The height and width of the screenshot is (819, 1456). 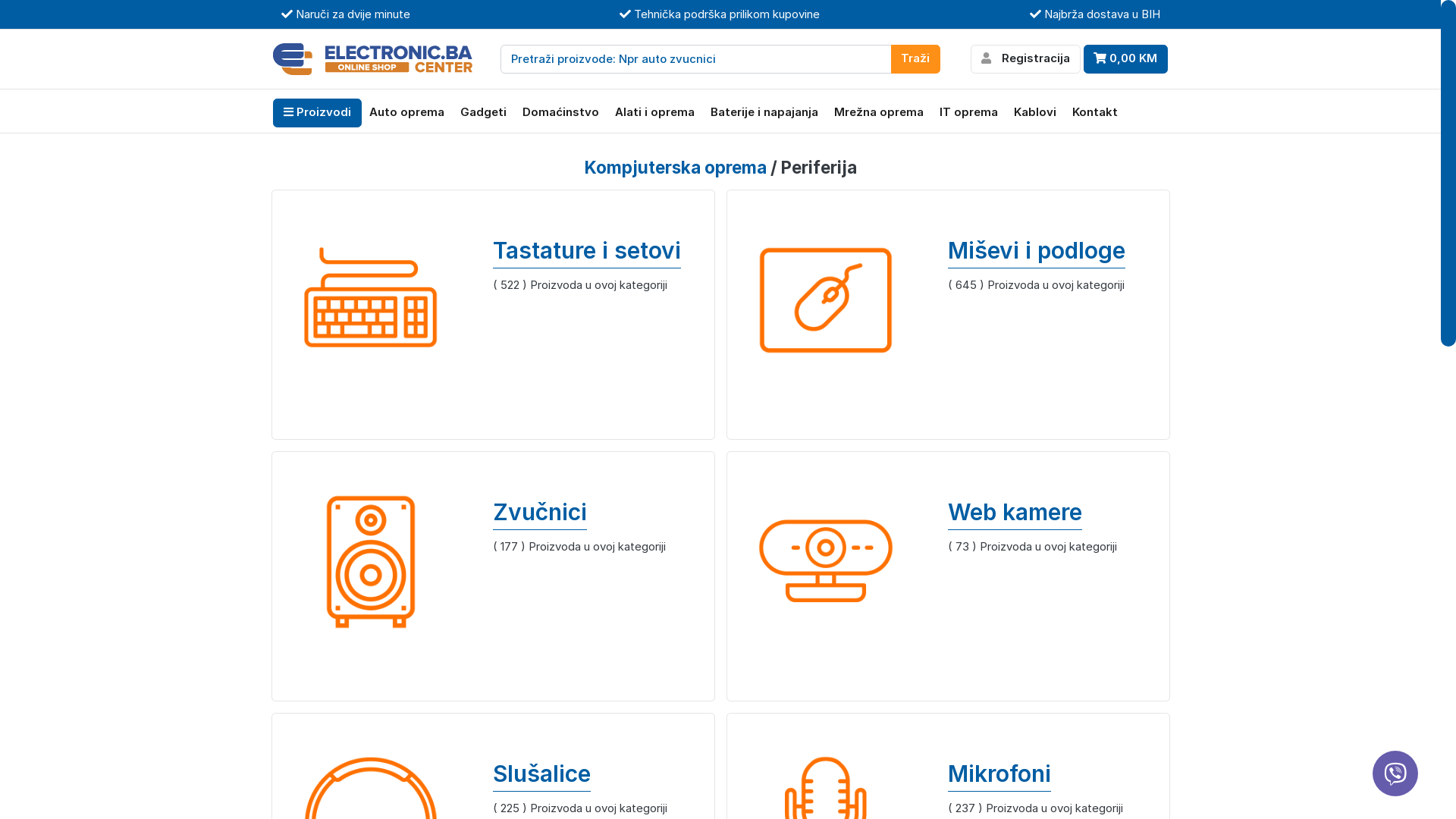 I want to click on 'Baterije i napajanja', so click(x=764, y=112).